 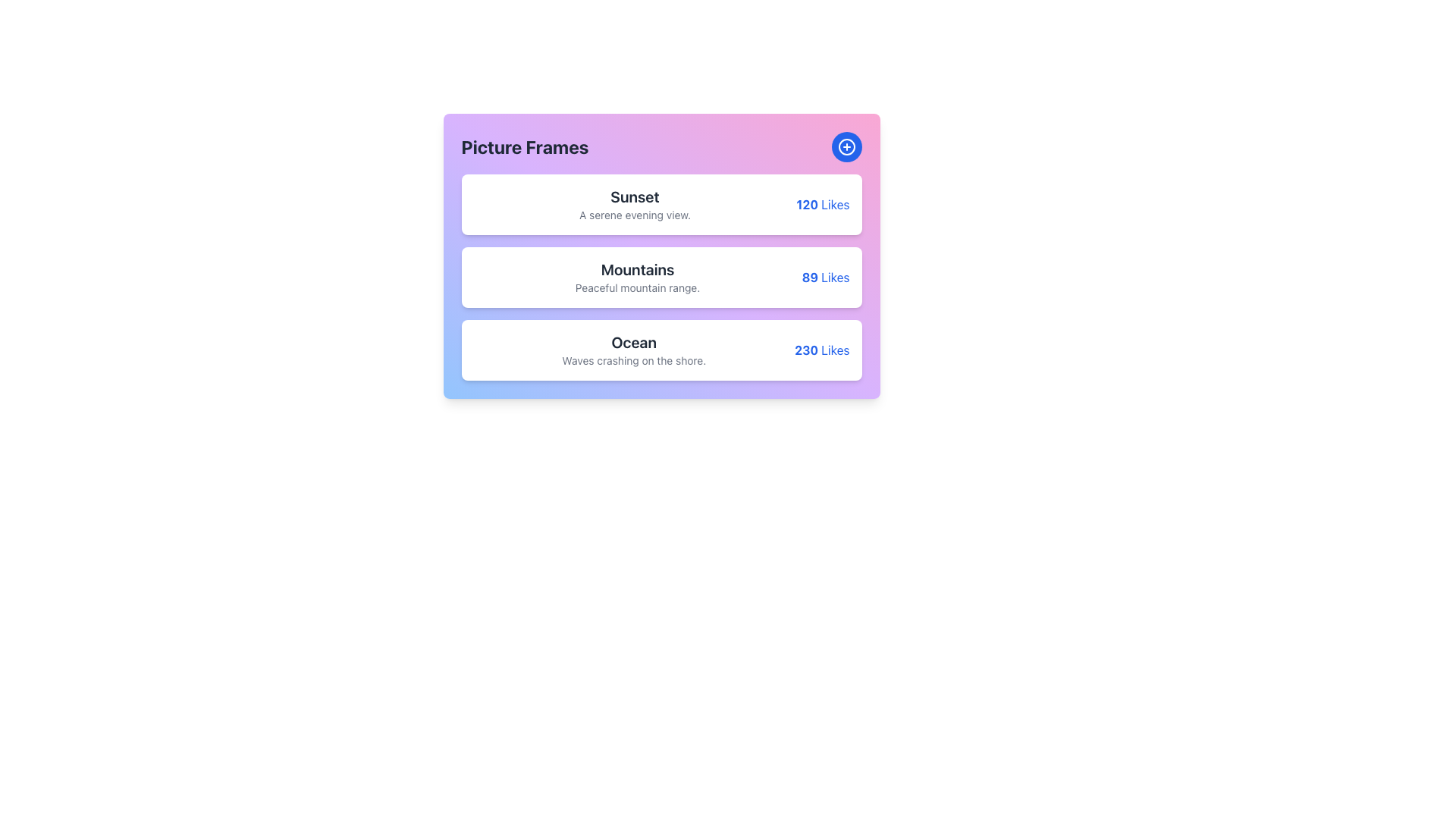 I want to click on the text label providing a description for the 'Sunset' section, located directly below the title in the UI, so click(x=635, y=215).